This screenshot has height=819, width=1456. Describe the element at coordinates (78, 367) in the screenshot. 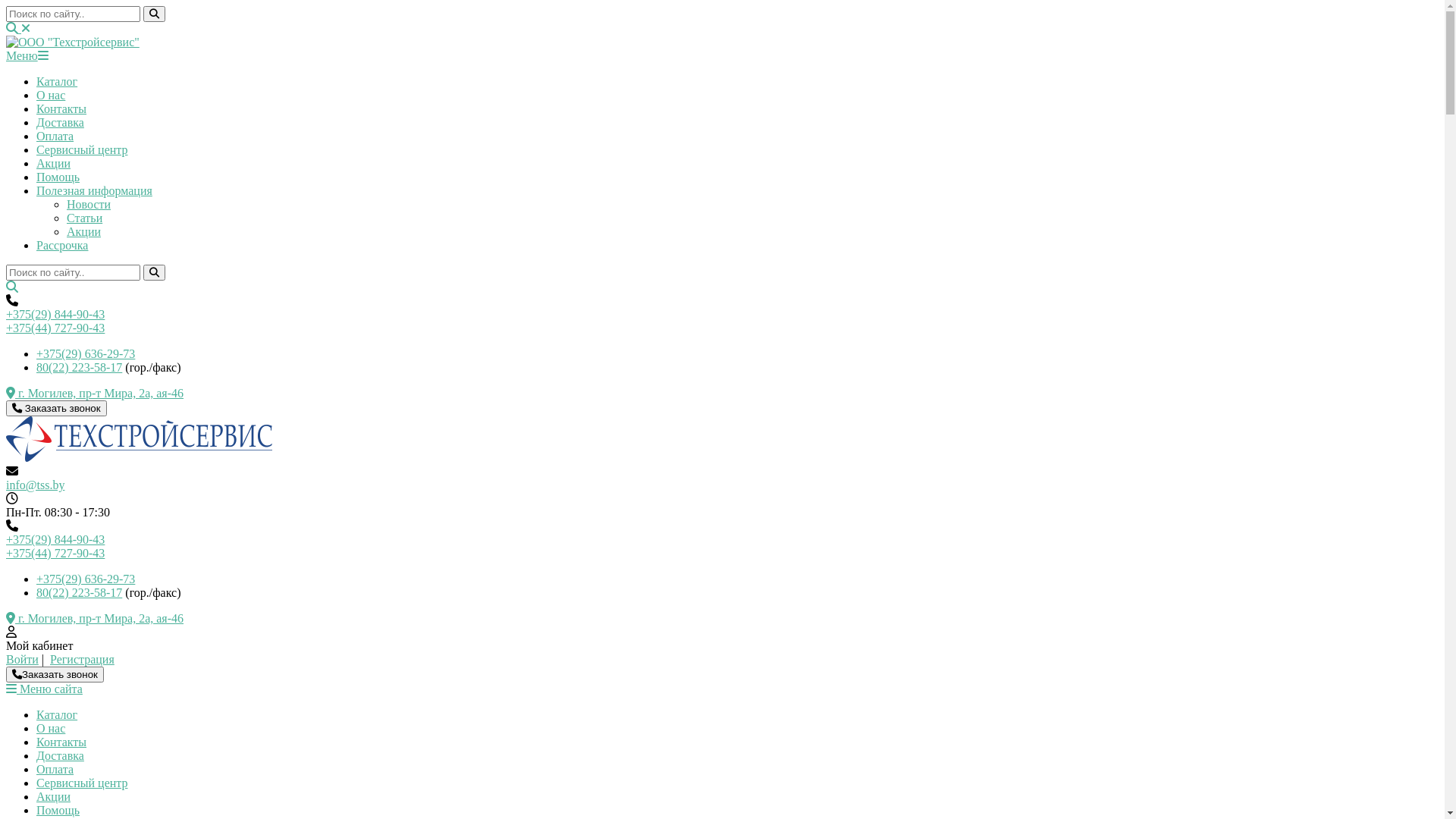

I see `'80(22) 223-58-17'` at that location.